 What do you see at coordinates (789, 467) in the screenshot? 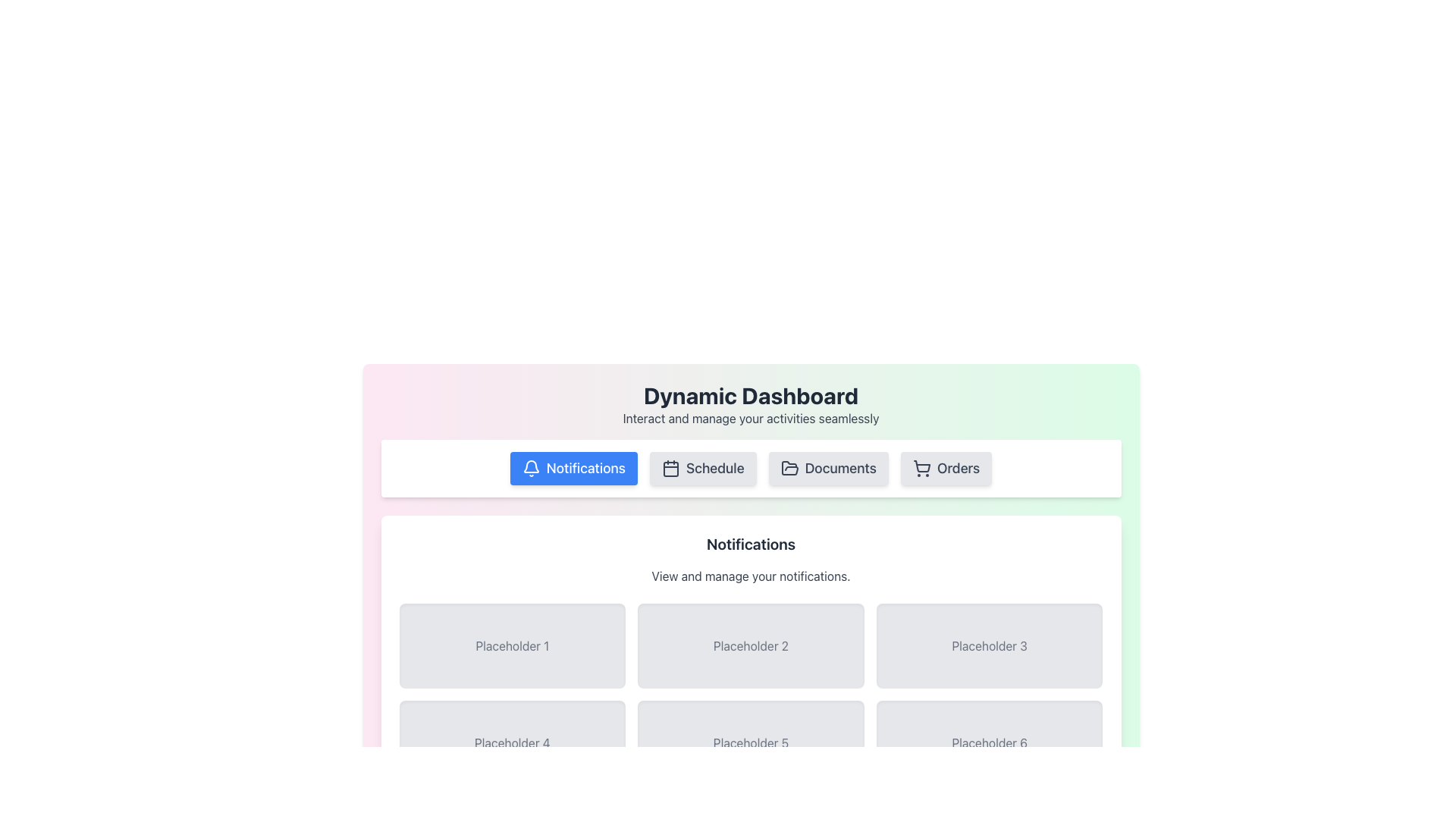
I see `the folder icon located to the left of the word 'Documents' in the top navigation bar` at bounding box center [789, 467].